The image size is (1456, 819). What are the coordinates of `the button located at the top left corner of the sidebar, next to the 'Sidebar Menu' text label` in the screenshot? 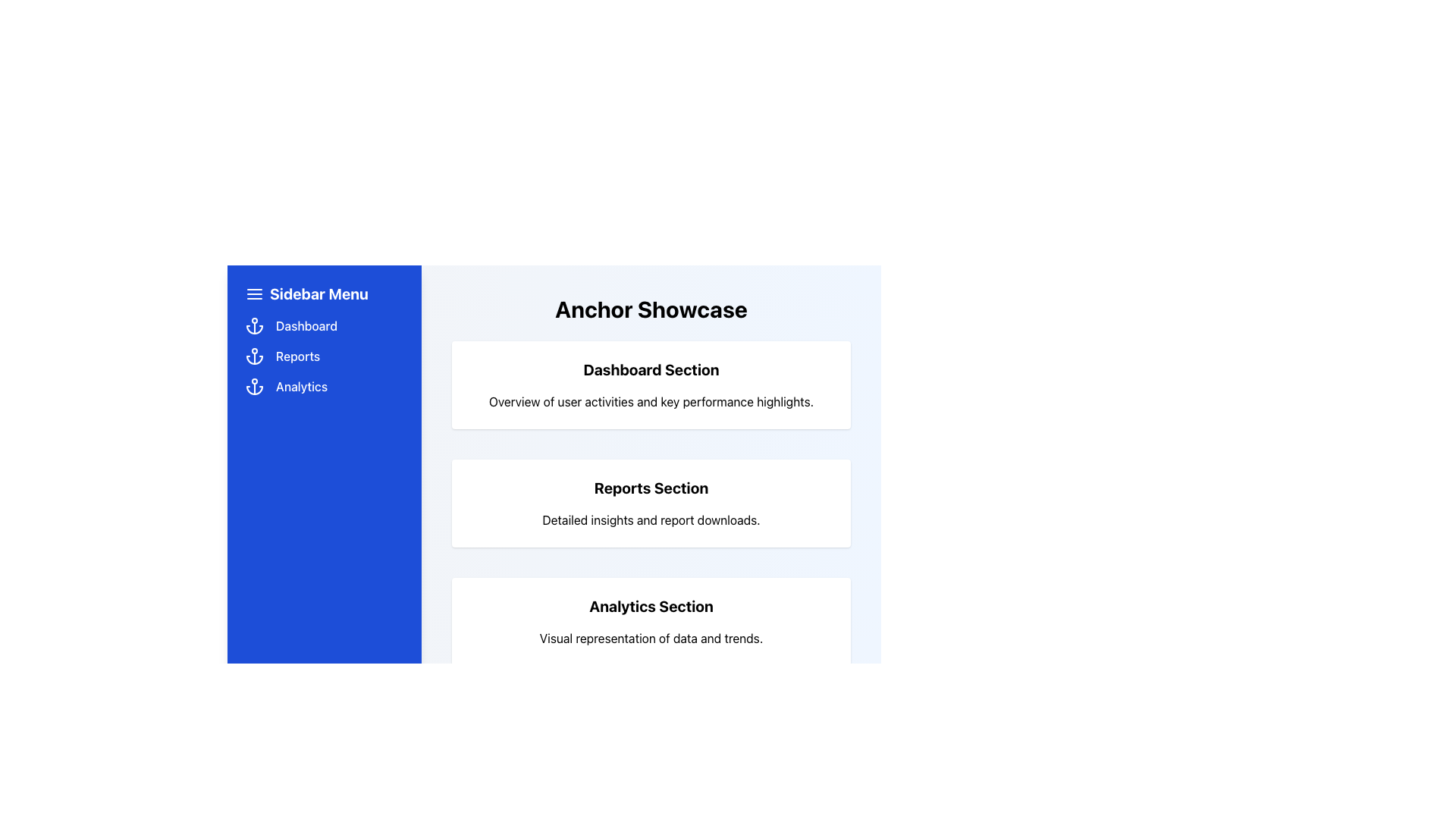 It's located at (255, 294).